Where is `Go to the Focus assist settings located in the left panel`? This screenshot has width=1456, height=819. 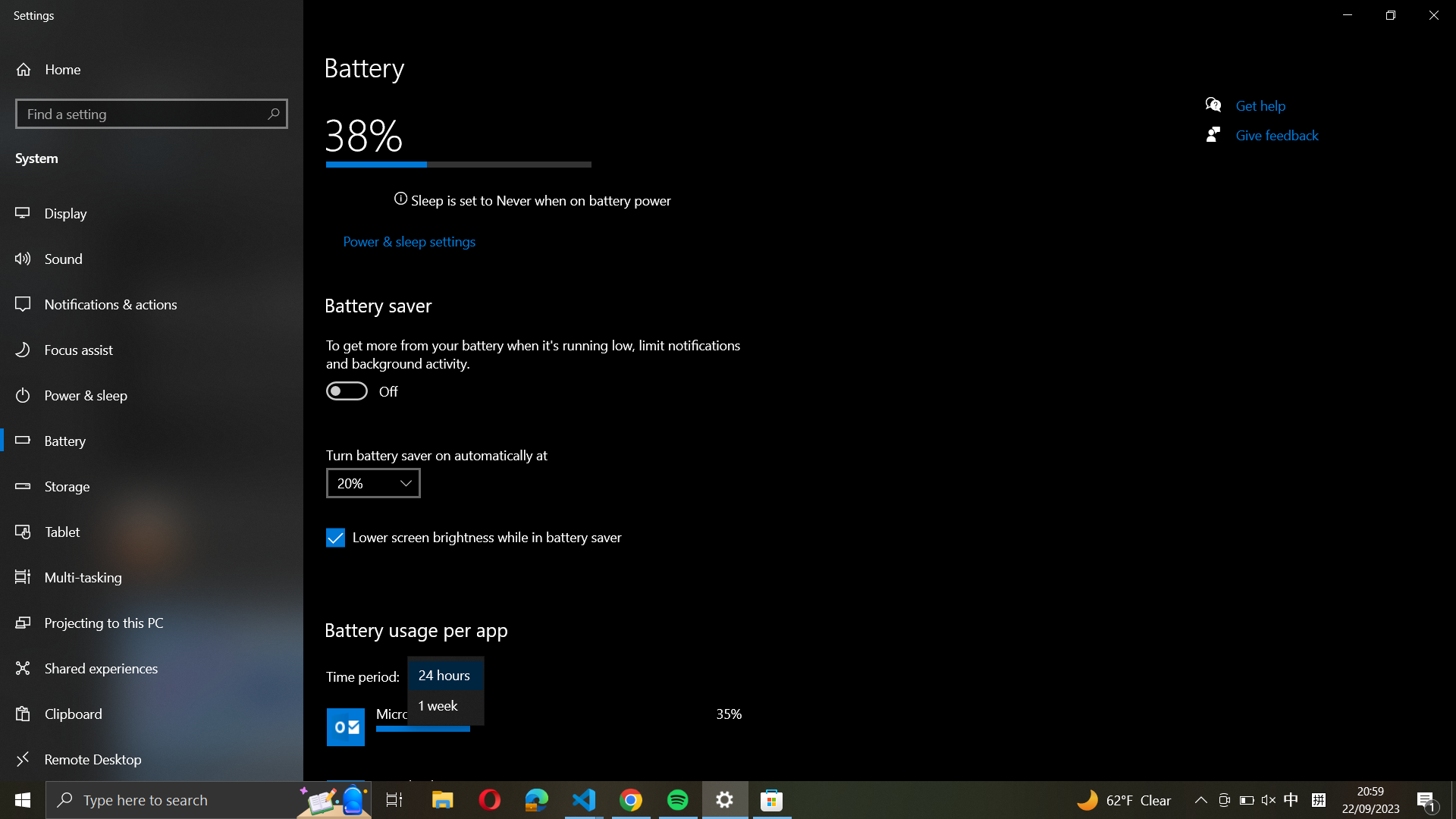 Go to the Focus assist settings located in the left panel is located at coordinates (153, 350).